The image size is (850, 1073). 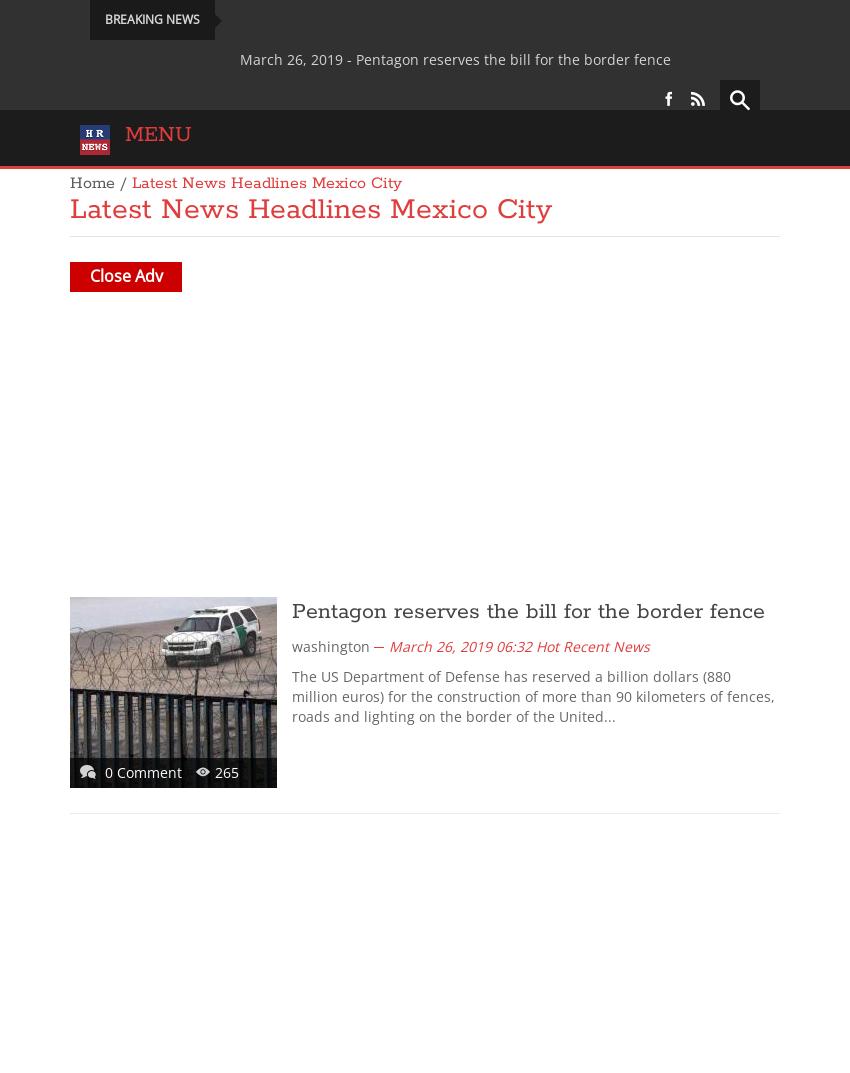 What do you see at coordinates (70, 183) in the screenshot?
I see `'Home'` at bounding box center [70, 183].